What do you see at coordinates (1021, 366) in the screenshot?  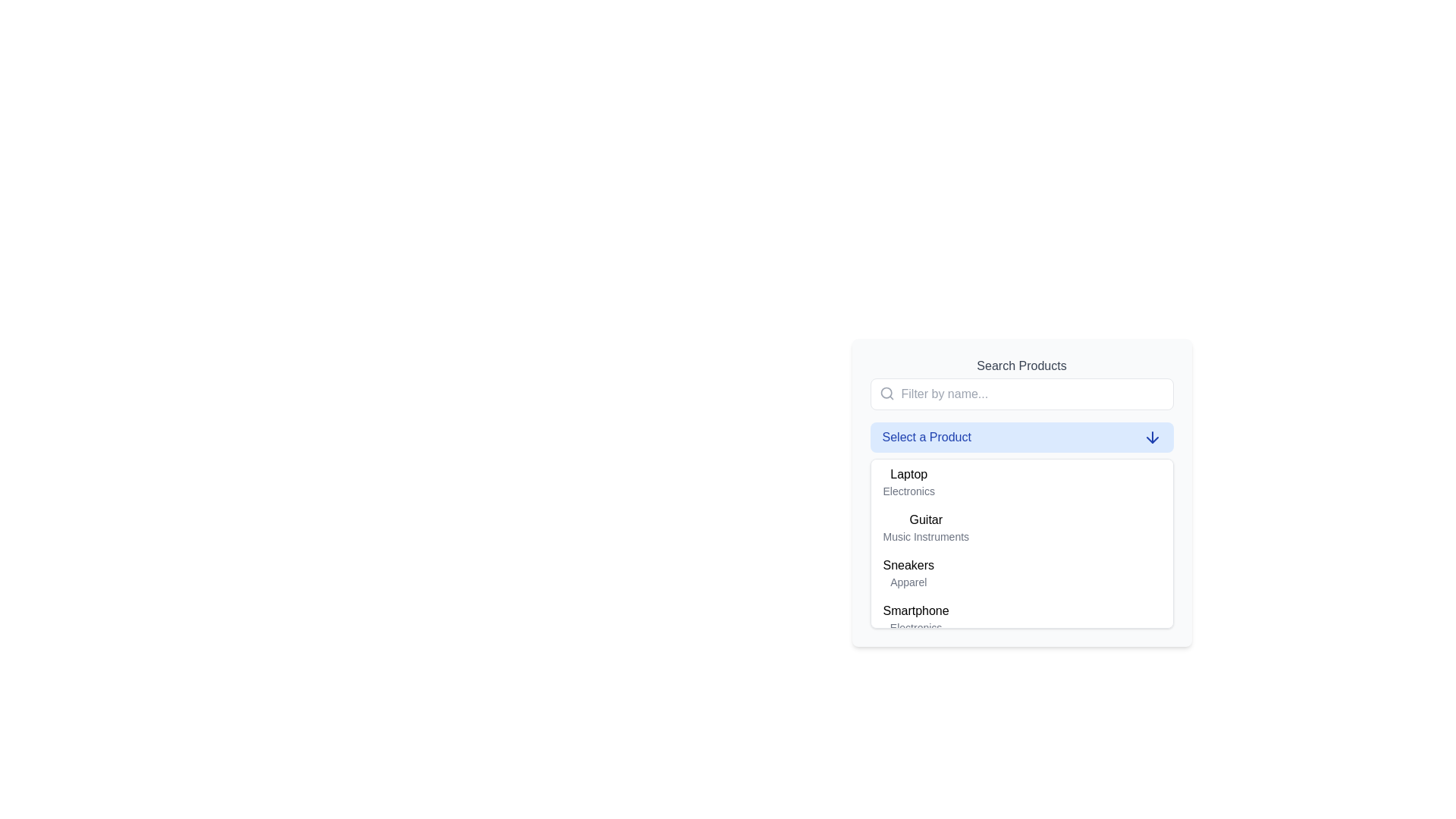 I see `the descriptive text label indicating the search input field for products, which is positioned above the input field labeled 'Filter by name...'` at bounding box center [1021, 366].